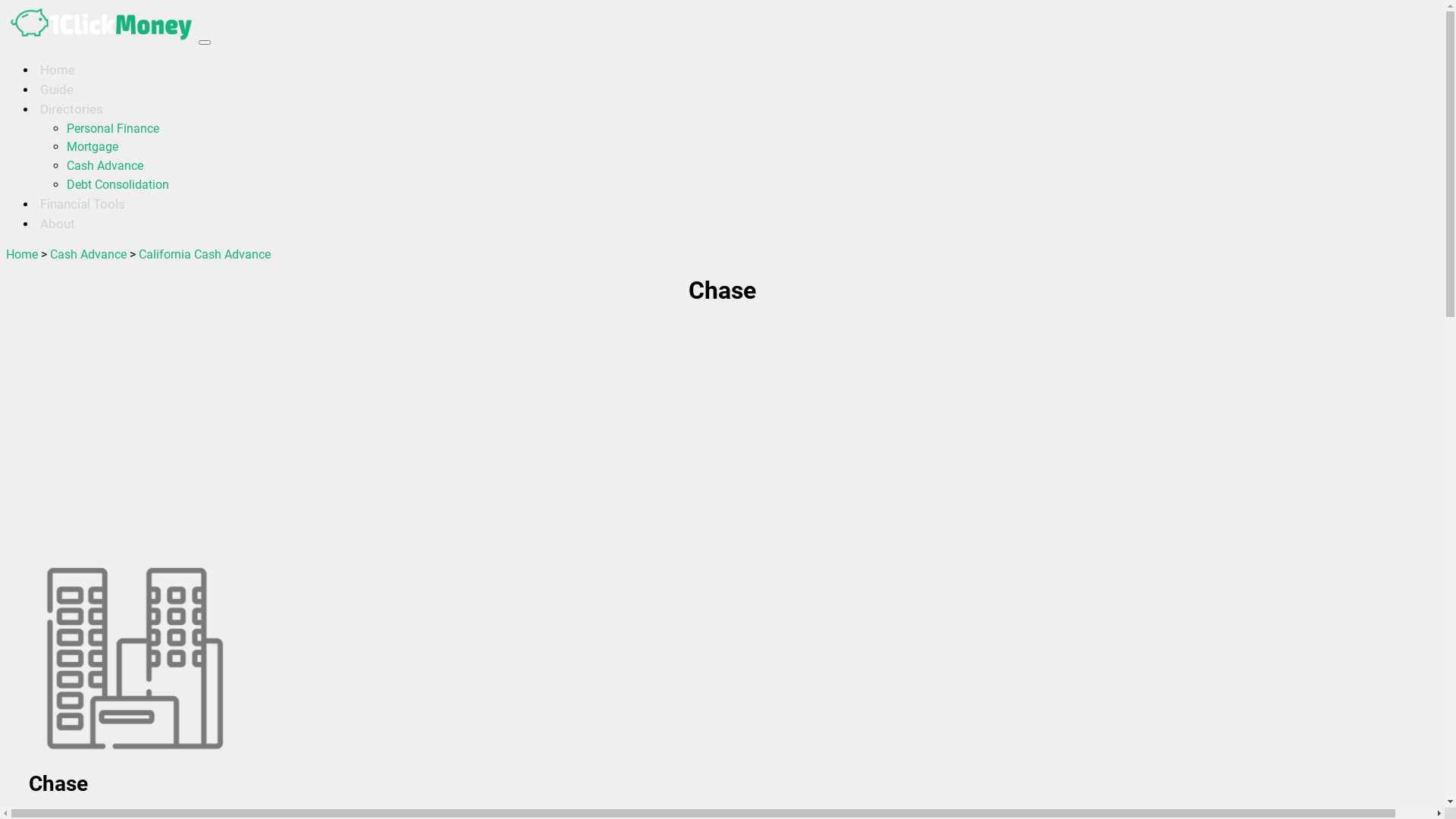 This screenshot has height=819, width=1456. What do you see at coordinates (58, 222) in the screenshot?
I see `'About'` at bounding box center [58, 222].